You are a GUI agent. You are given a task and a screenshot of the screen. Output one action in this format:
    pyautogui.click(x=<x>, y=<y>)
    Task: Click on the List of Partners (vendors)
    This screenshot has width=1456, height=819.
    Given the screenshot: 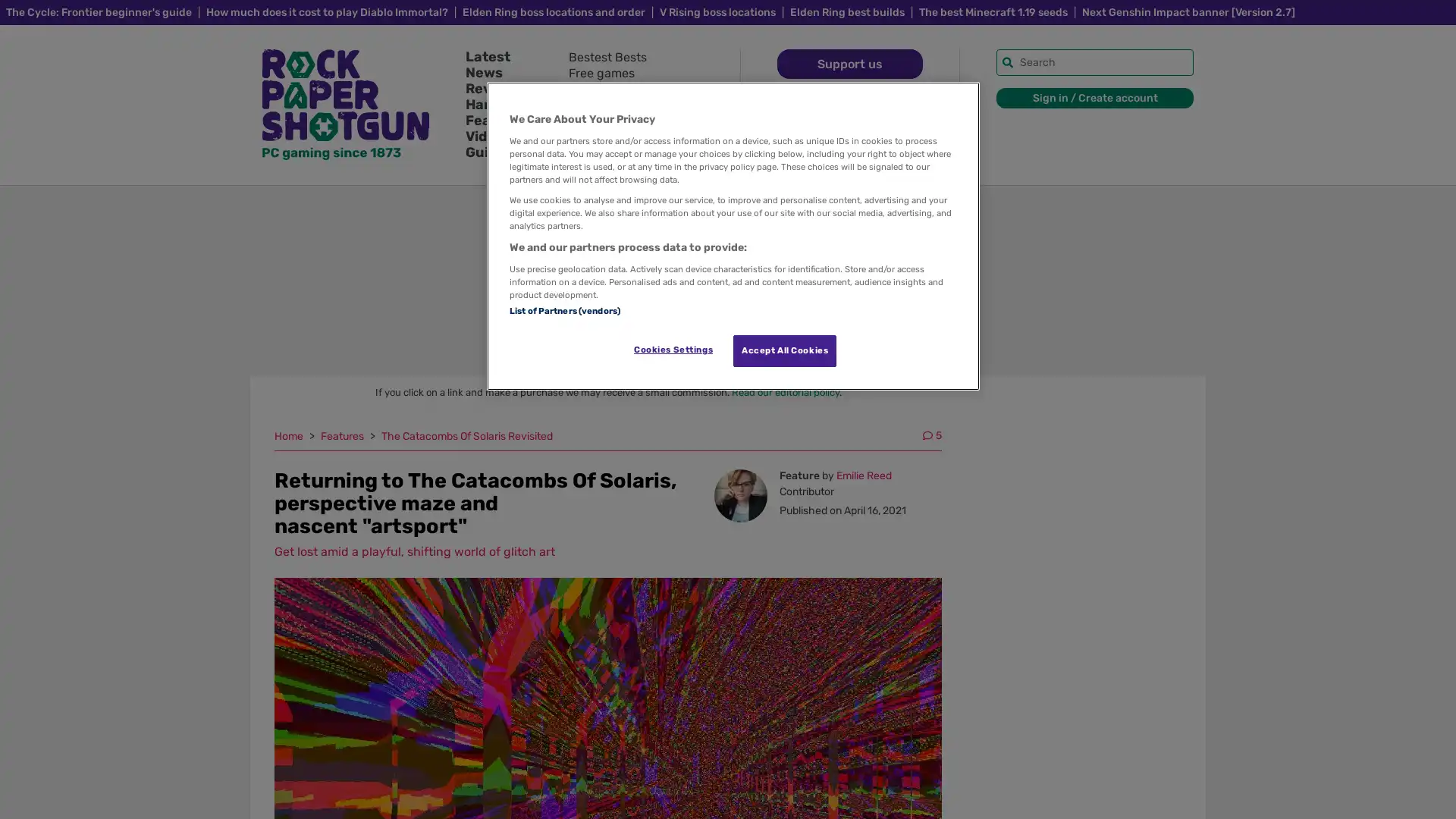 What is the action you would take?
    pyautogui.click(x=563, y=309)
    